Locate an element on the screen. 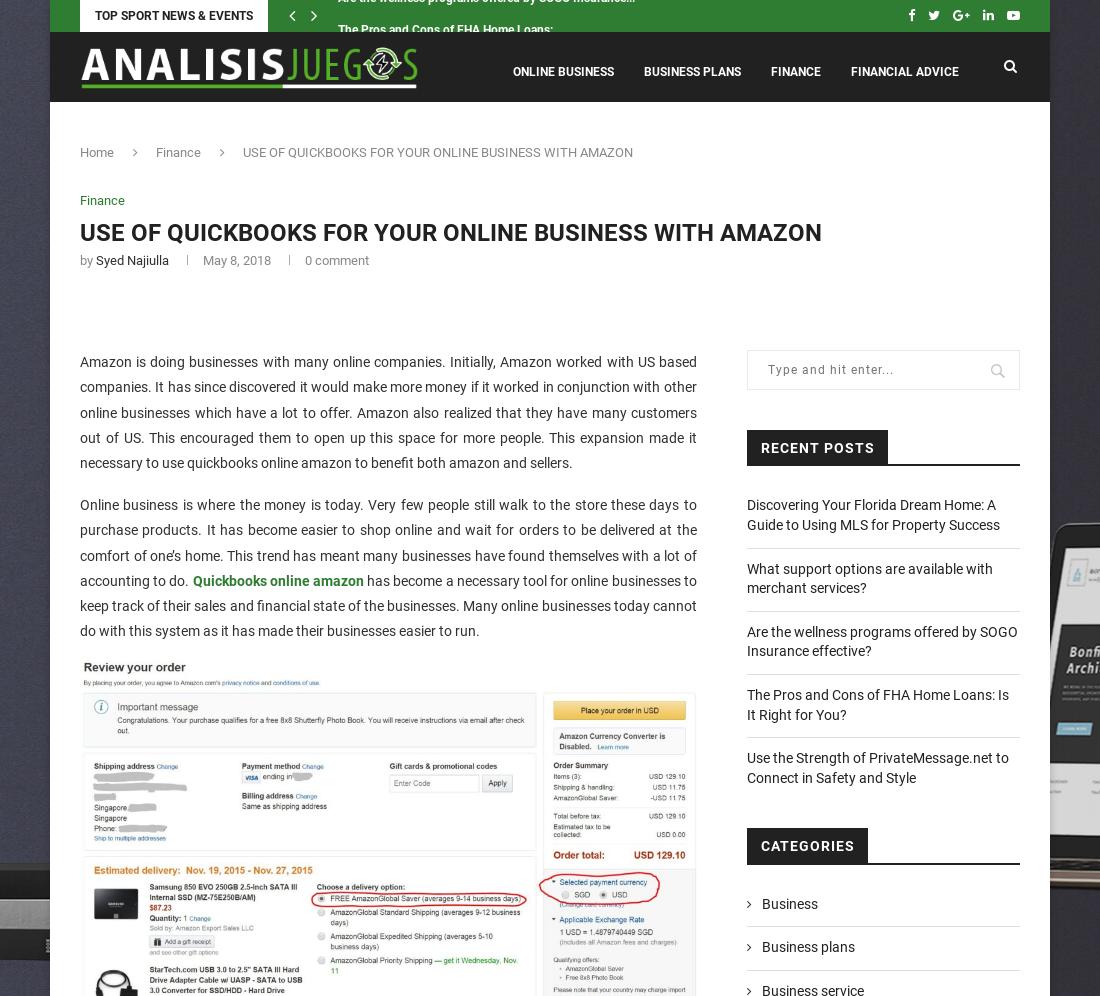  'The Pros and Cons of FHA Home Loans:...' is located at coordinates (449, 16).